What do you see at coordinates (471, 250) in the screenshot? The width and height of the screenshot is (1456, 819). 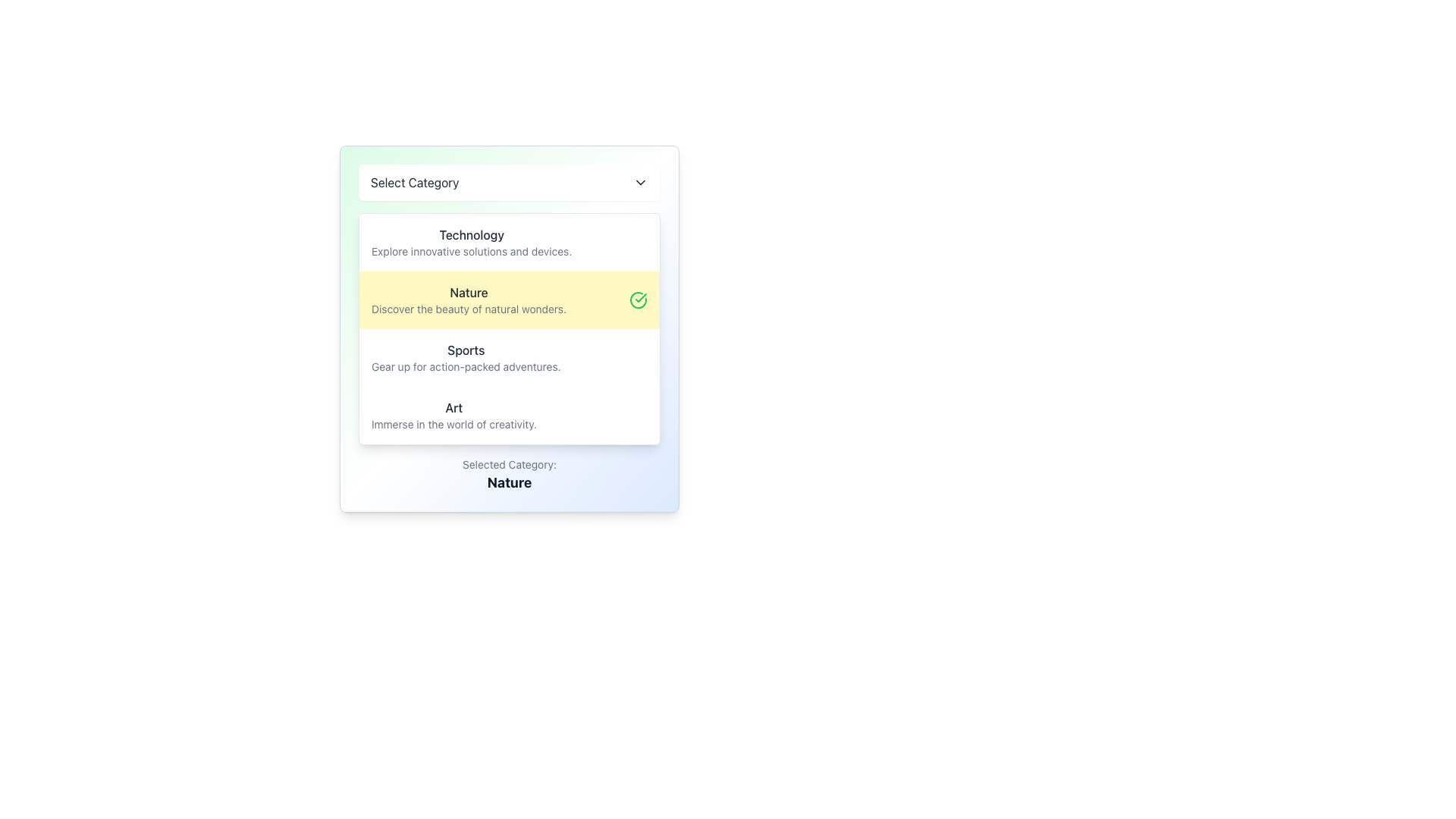 I see `the non-interactive Text Label that provides additional context for the category 'Technology', located directly below the heading 'Technology' in a dropdown menu` at bounding box center [471, 250].